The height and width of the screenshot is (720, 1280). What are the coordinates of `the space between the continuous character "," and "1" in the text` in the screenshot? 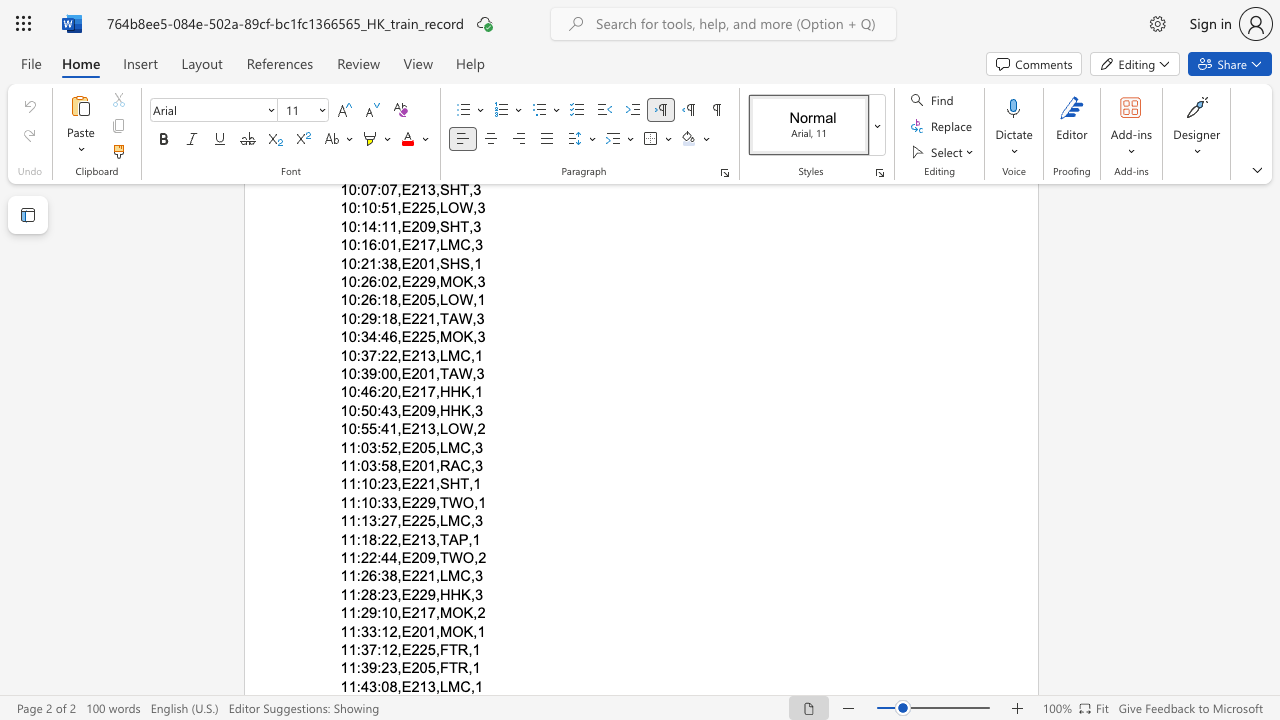 It's located at (475, 685).